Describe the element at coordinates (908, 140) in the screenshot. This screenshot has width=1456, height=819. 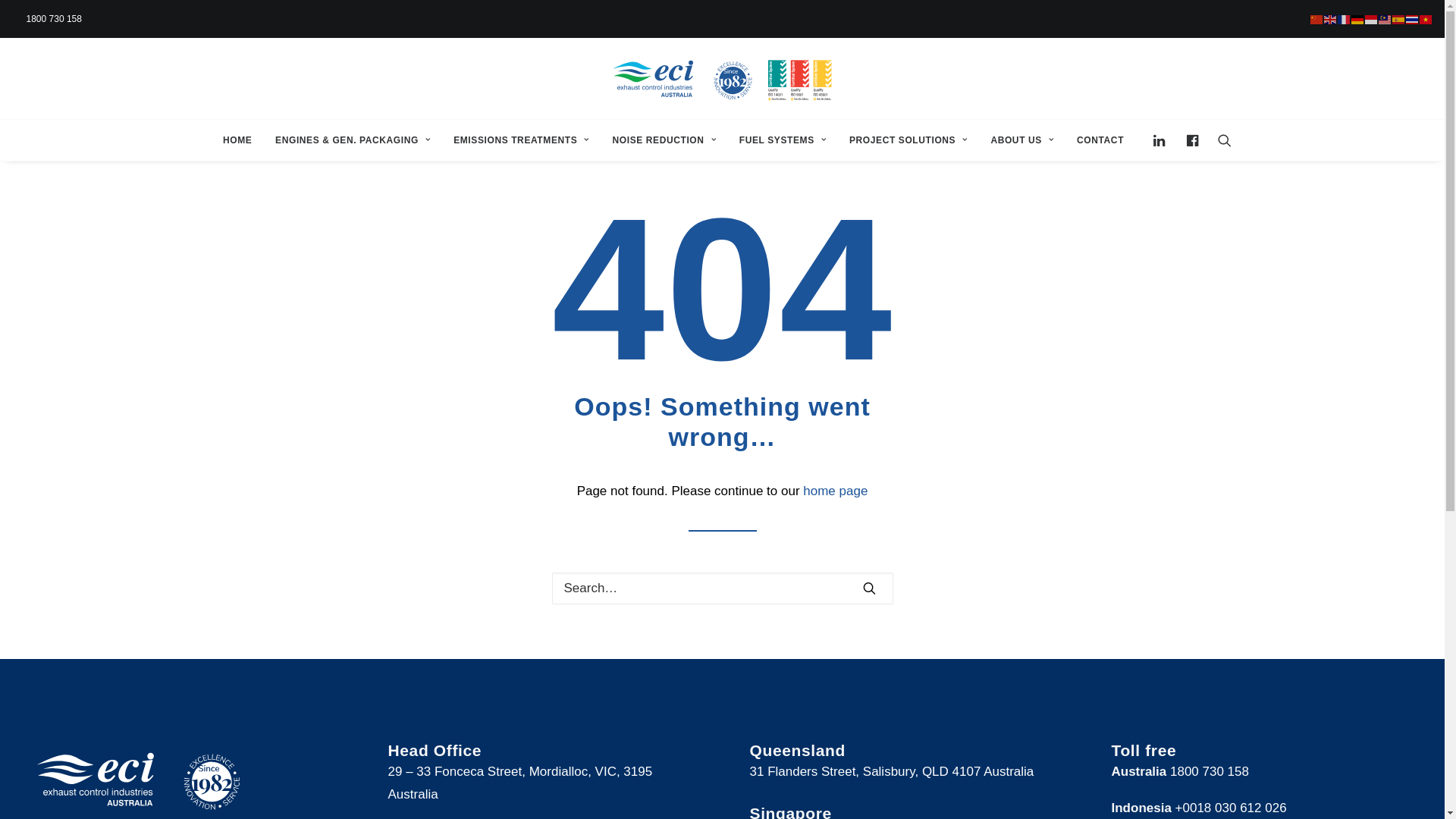
I see `'PROJECT SOLUTIONS'` at that location.